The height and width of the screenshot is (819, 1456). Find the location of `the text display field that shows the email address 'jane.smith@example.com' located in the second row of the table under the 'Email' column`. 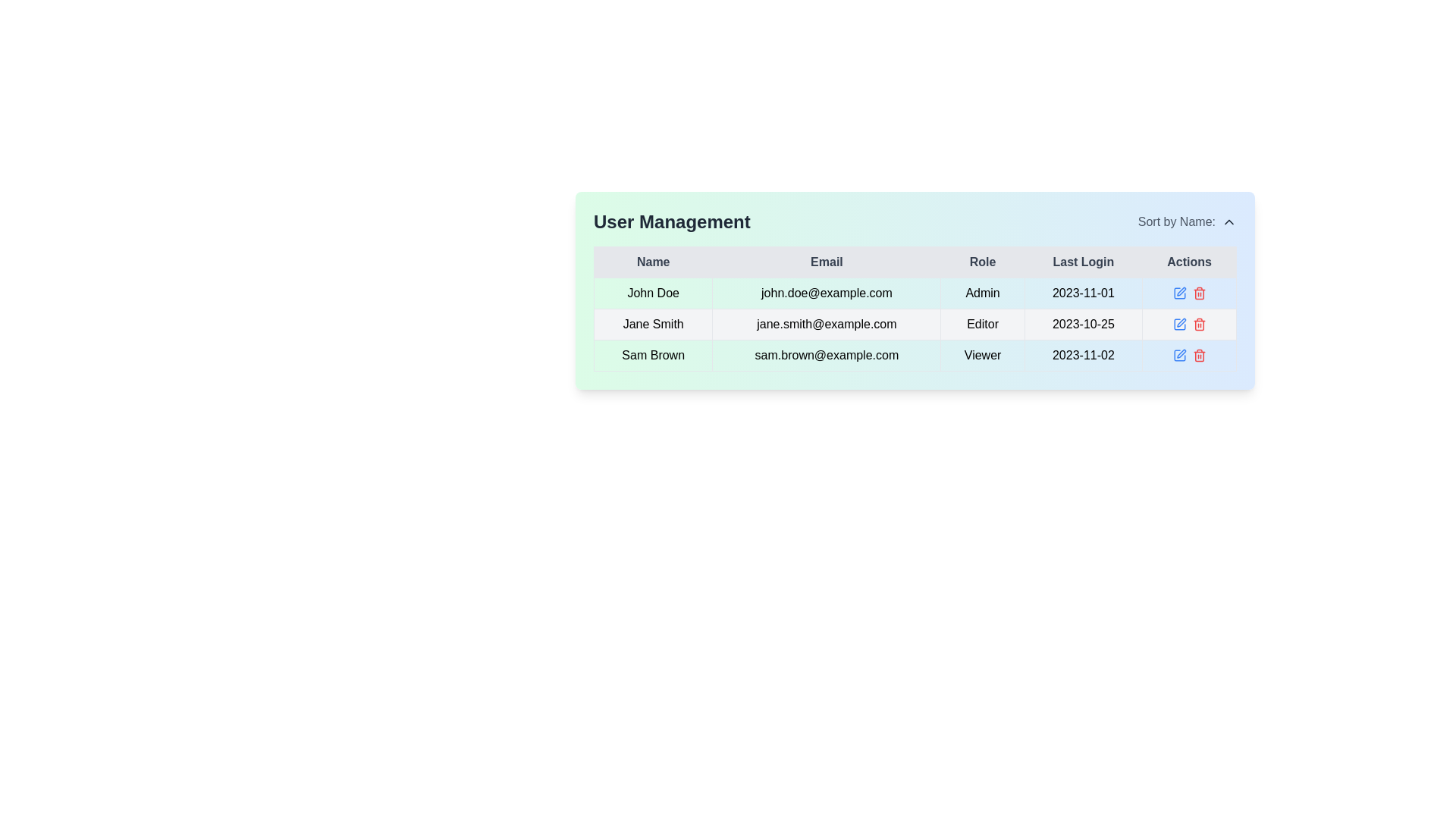

the text display field that shows the email address 'jane.smith@example.com' located in the second row of the table under the 'Email' column is located at coordinates (826, 324).